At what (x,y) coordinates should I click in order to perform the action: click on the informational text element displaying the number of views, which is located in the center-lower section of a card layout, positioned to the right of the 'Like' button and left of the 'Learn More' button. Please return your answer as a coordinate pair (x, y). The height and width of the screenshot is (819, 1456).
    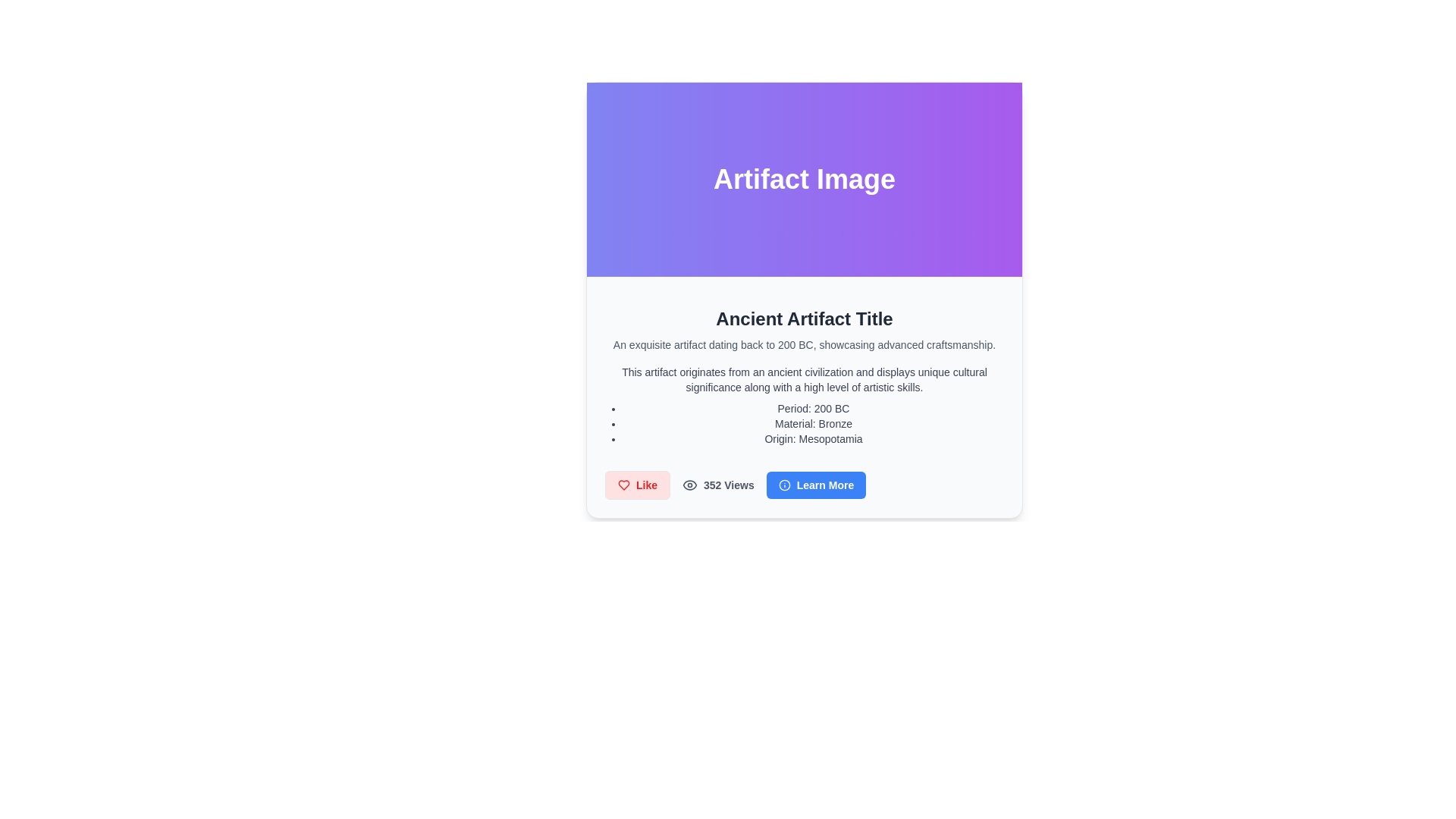
    Looking at the image, I should click on (717, 485).